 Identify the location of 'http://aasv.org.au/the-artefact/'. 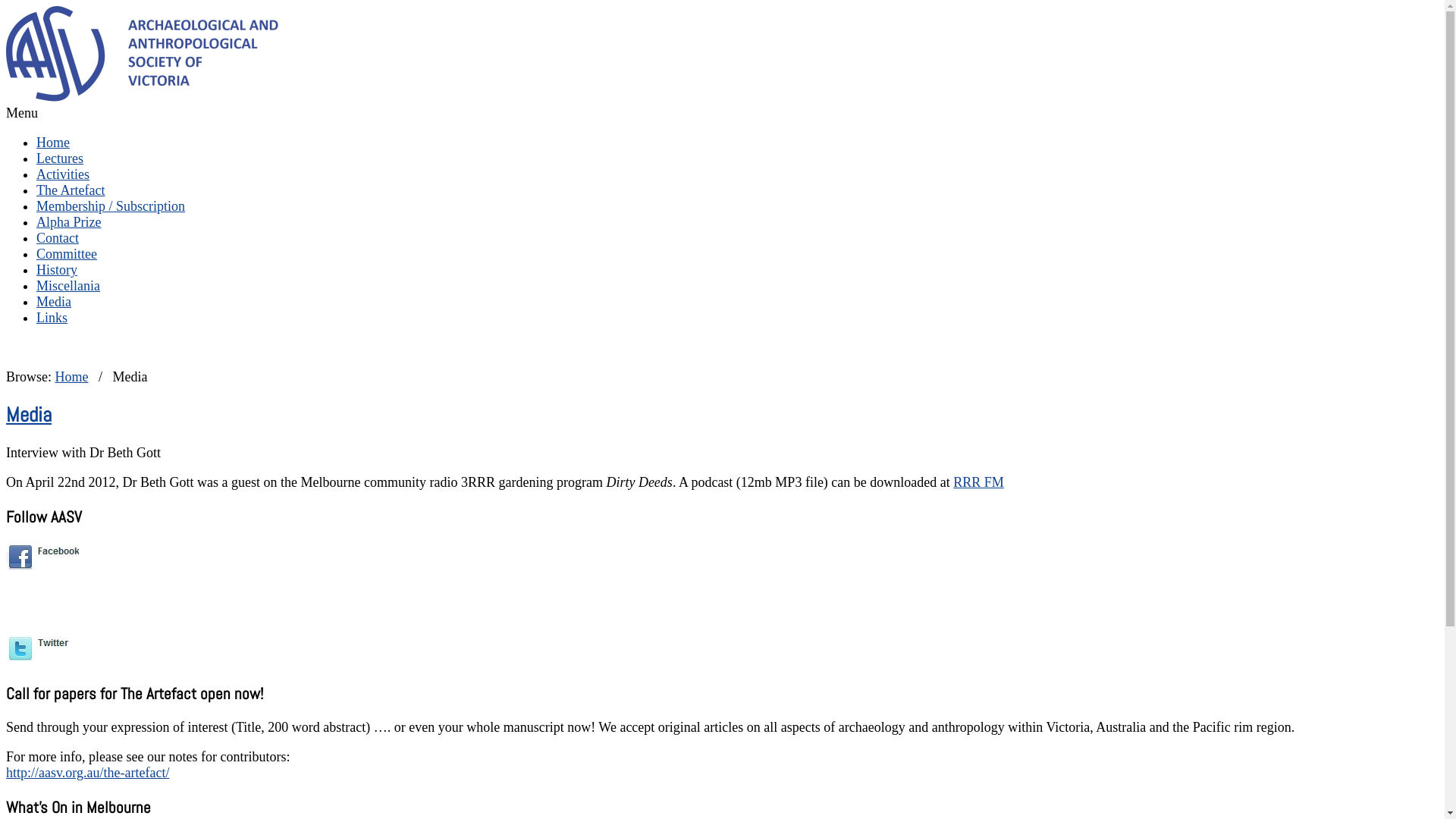
(86, 772).